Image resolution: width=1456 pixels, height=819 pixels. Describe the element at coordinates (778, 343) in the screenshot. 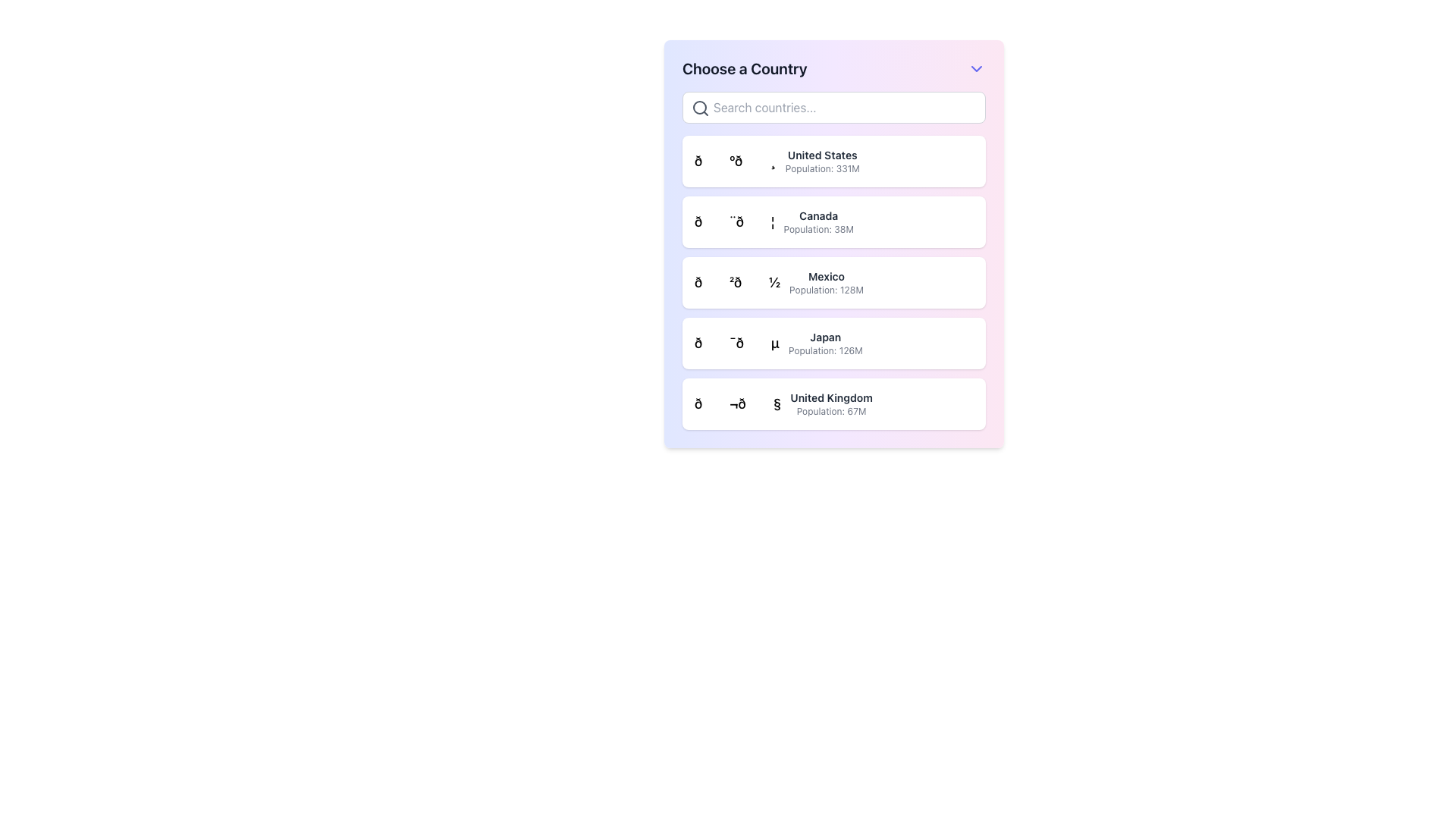

I see `the List Item representing Japan in the country selection list` at that location.